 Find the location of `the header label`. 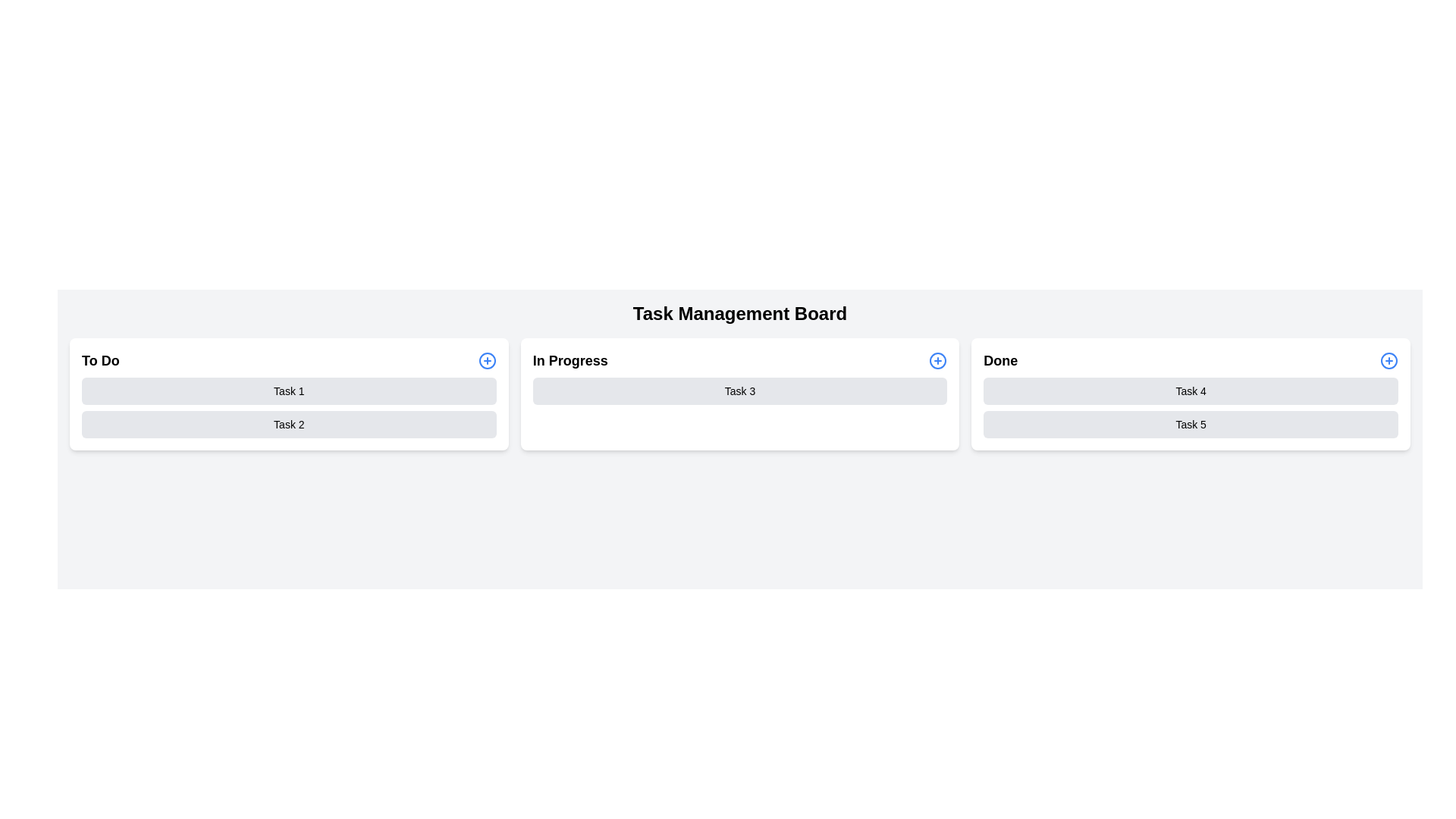

the header label is located at coordinates (99, 360).